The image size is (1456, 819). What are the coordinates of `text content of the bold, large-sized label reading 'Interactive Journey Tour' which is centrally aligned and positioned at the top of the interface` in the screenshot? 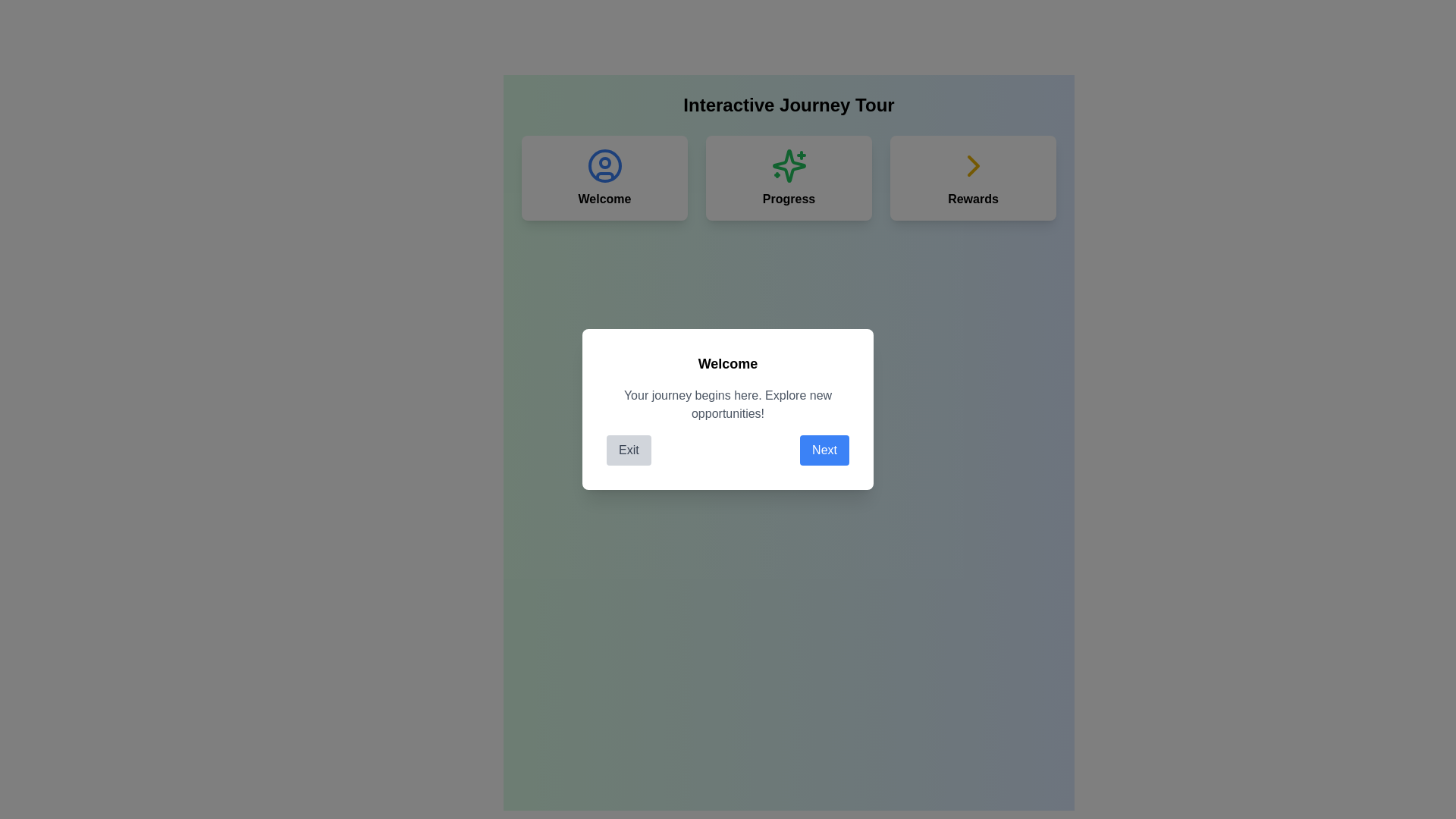 It's located at (789, 104).